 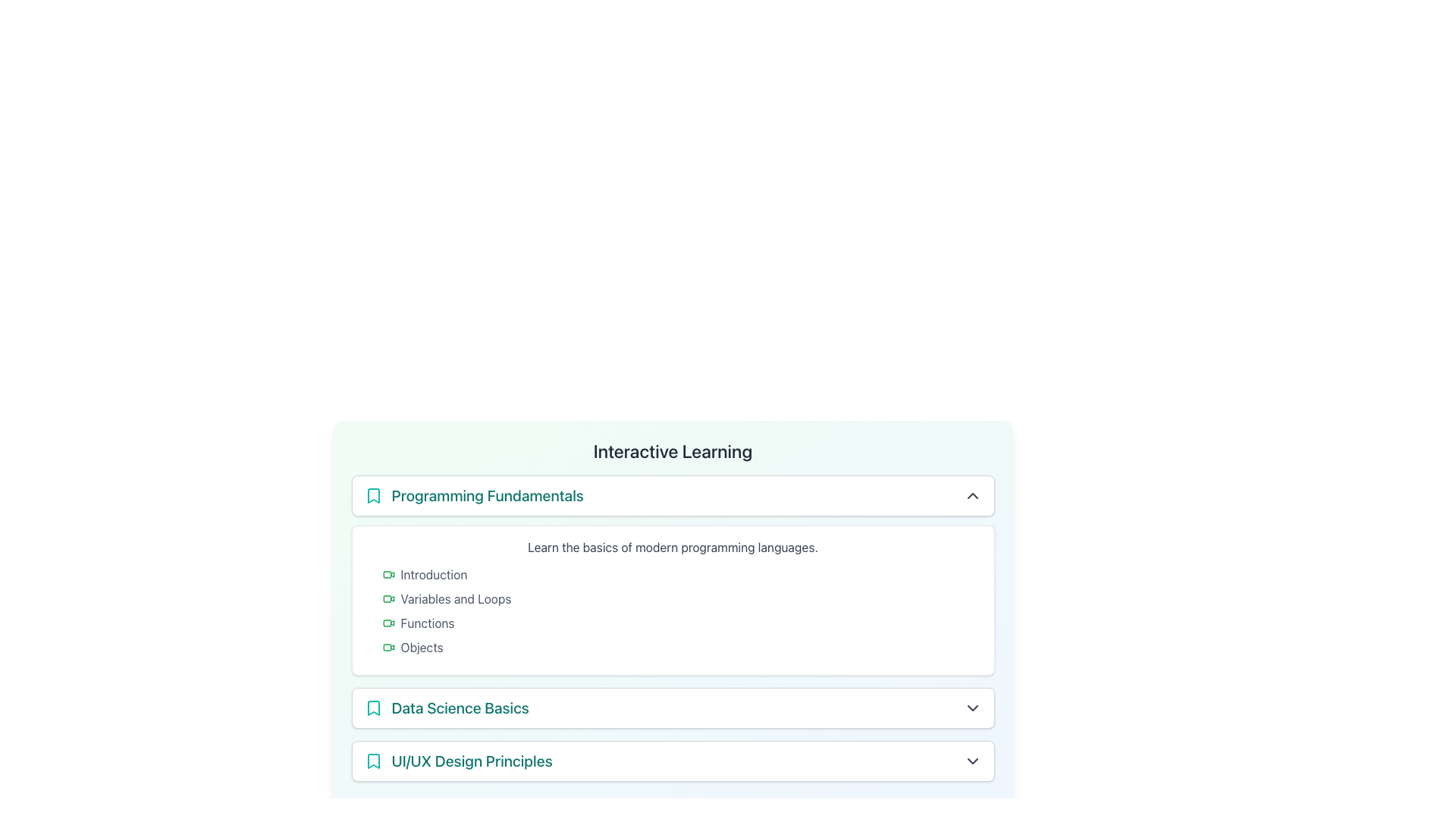 I want to click on the text label representing the 'Objects' topic heading located in the 'Programming Fundamentals' section, which is the fourth item in the vertical list of topics, so click(x=422, y=647).